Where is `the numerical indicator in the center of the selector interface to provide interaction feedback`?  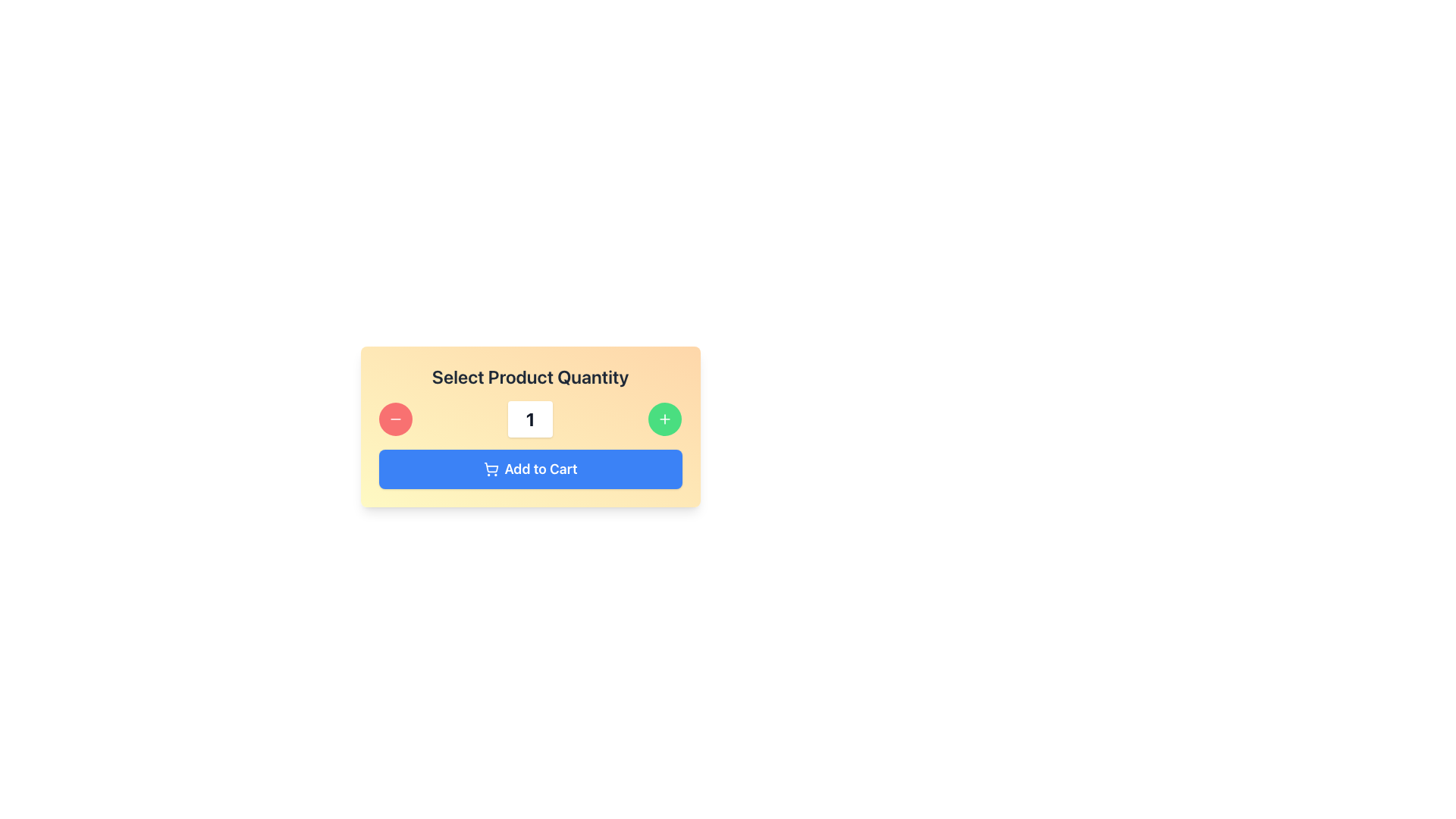
the numerical indicator in the center of the selector interface to provide interaction feedback is located at coordinates (530, 419).